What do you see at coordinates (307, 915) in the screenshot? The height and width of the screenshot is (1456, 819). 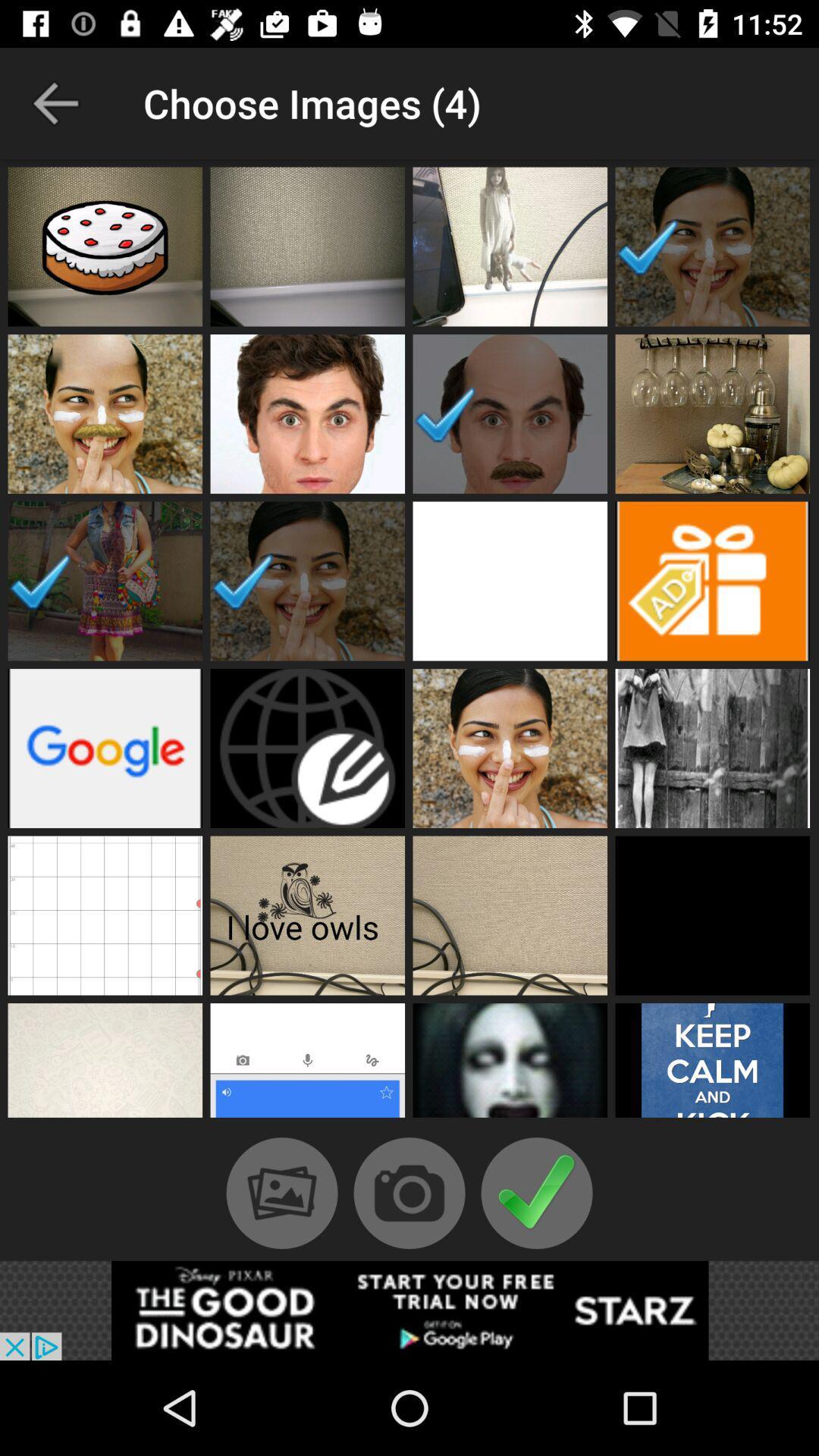 I see `it` at bounding box center [307, 915].